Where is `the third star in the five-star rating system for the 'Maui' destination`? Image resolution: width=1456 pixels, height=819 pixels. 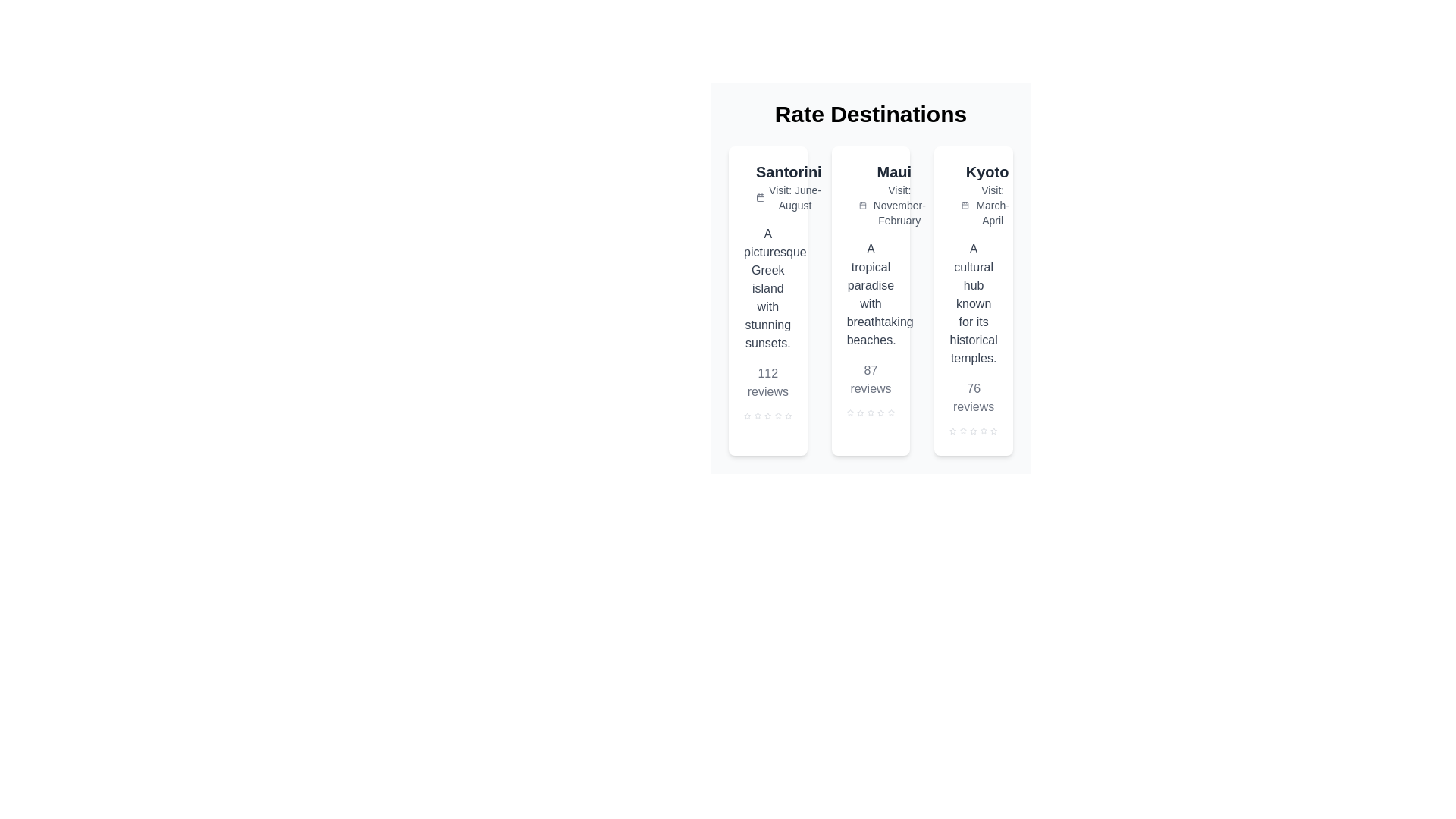
the third star in the five-star rating system for the 'Maui' destination is located at coordinates (871, 413).